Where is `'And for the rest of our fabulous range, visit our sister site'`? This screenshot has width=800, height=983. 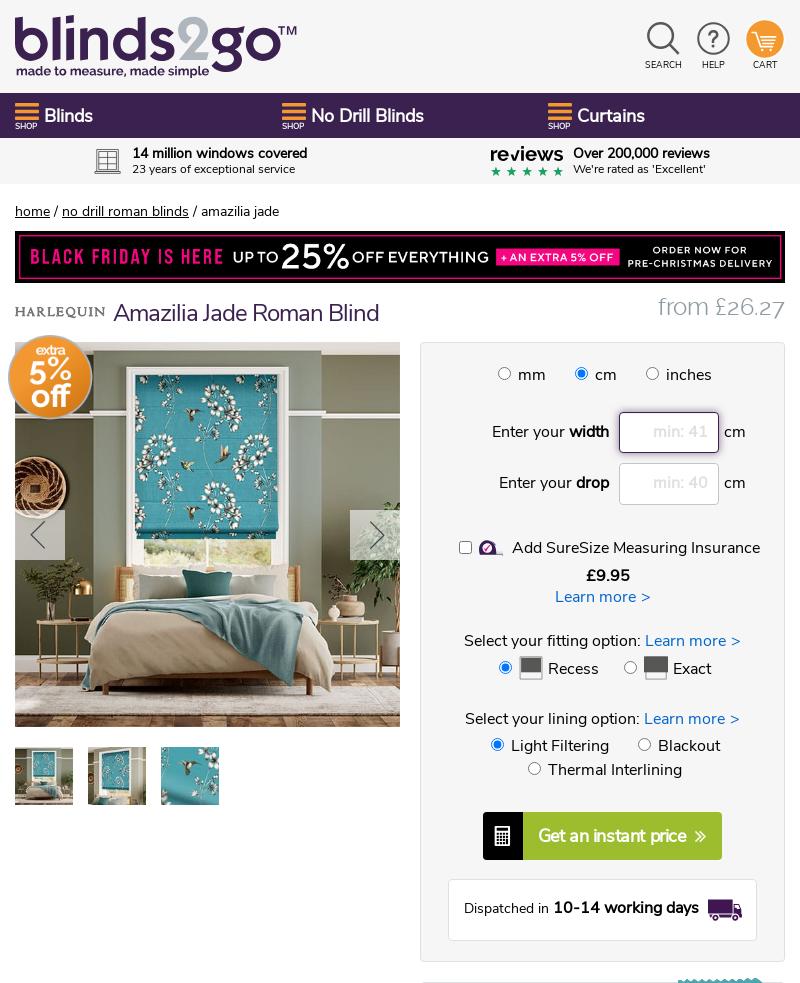 'And for the rest of our fabulous range, visit our sister site' is located at coordinates (350, 93).